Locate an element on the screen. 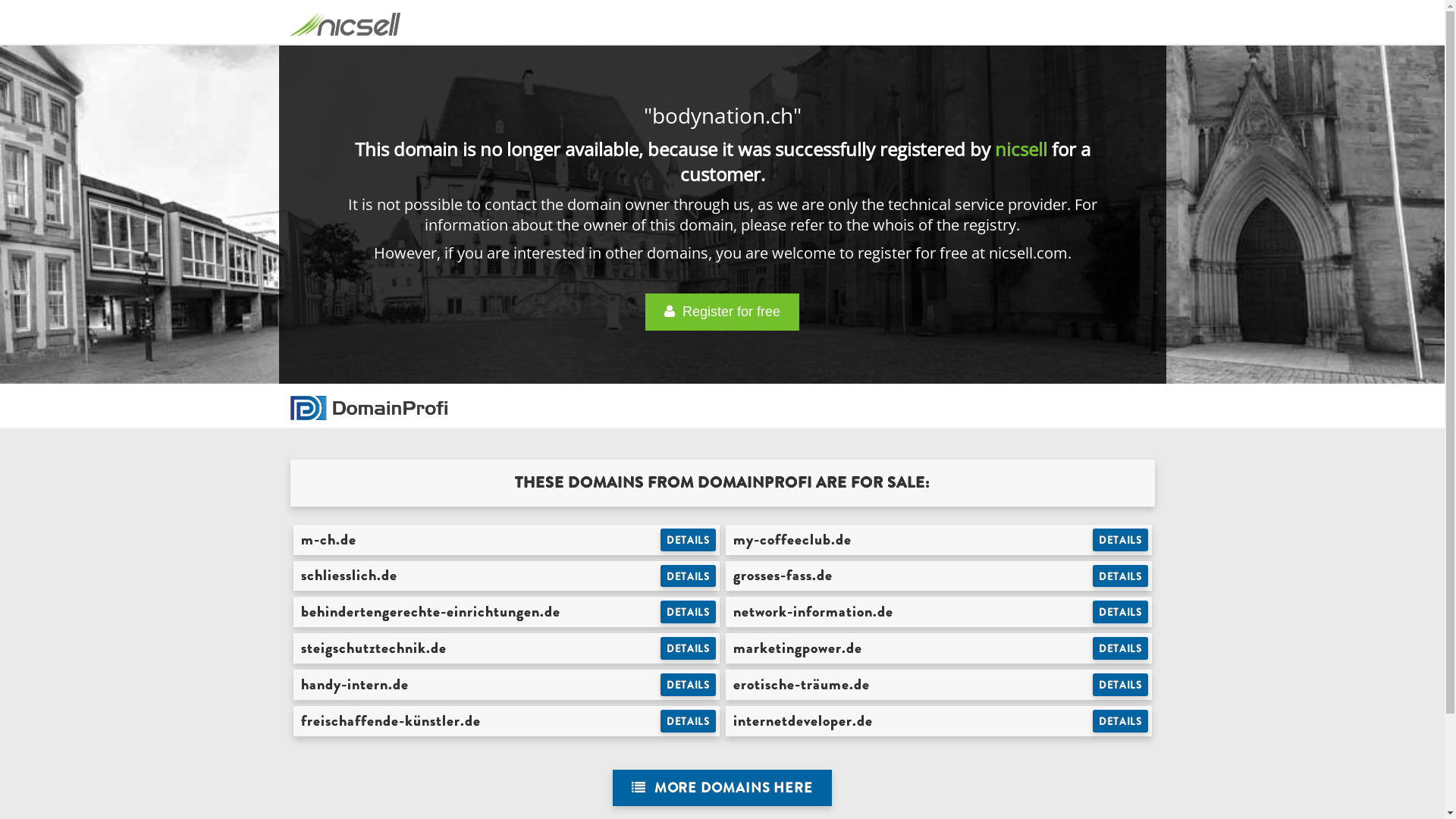 The height and width of the screenshot is (819, 1456). 'DETAILS' is located at coordinates (1120, 539).